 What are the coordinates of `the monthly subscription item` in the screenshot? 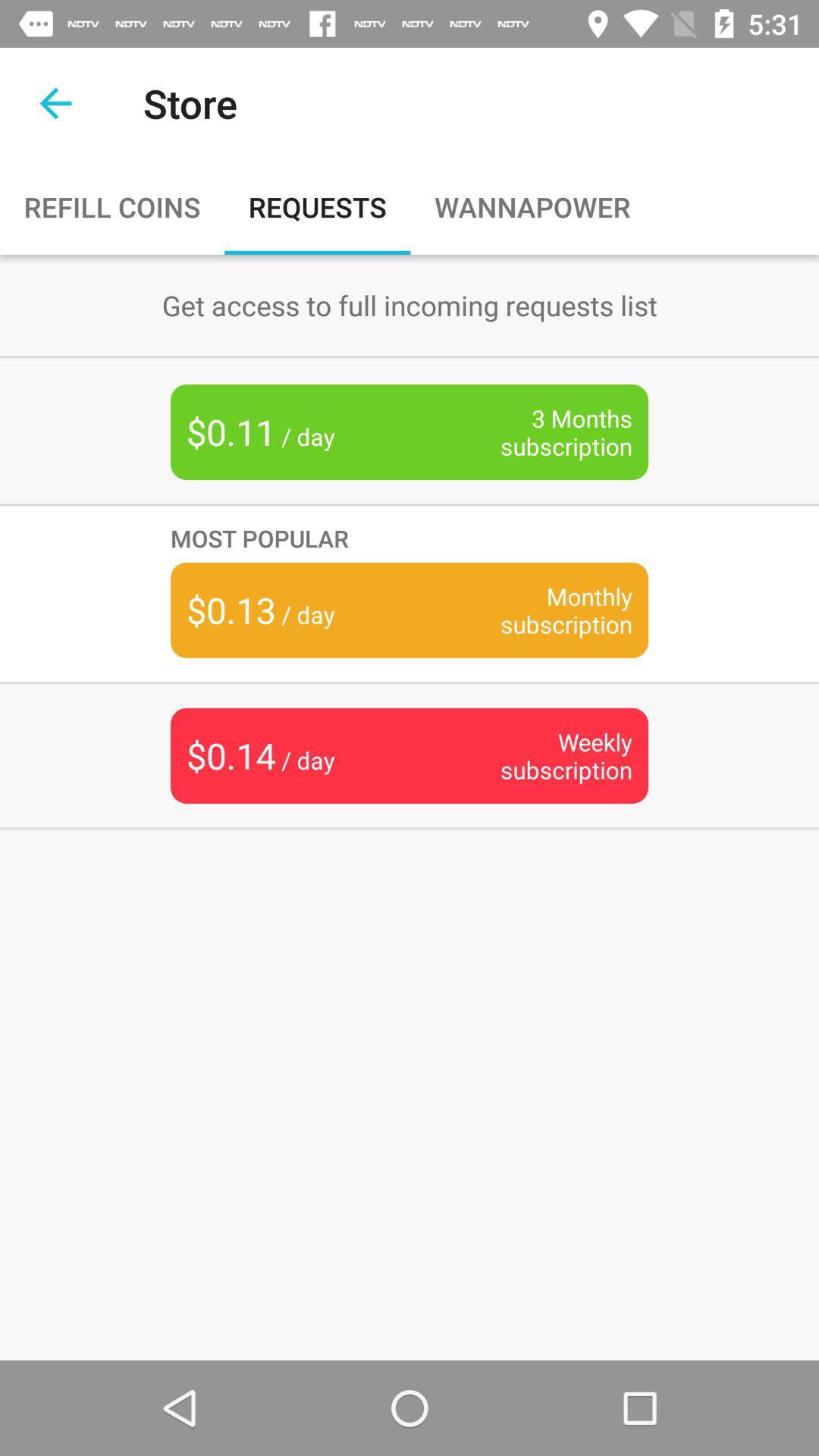 It's located at (542, 610).